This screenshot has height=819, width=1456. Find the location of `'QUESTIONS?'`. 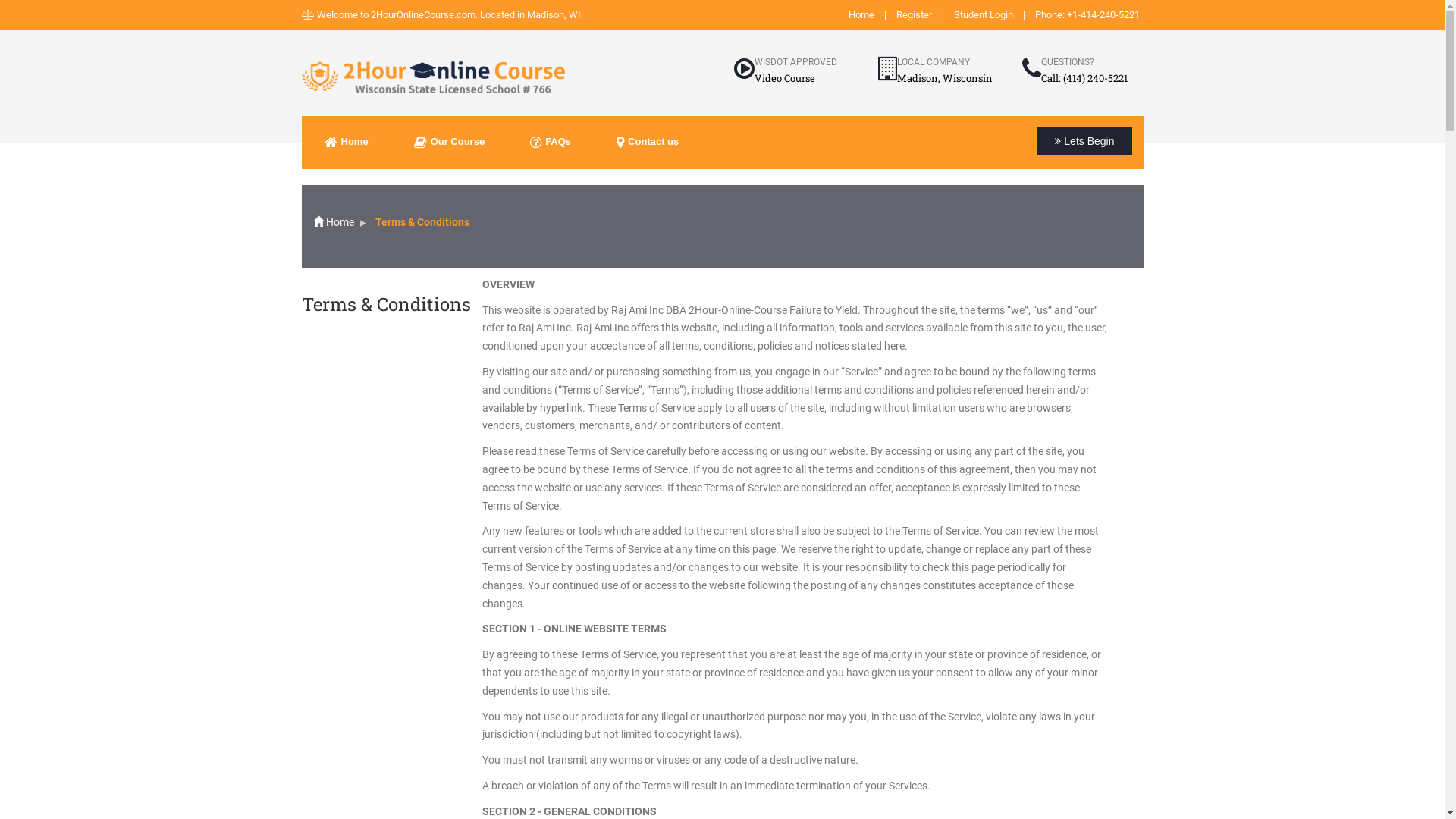

'QUESTIONS?' is located at coordinates (1065, 61).